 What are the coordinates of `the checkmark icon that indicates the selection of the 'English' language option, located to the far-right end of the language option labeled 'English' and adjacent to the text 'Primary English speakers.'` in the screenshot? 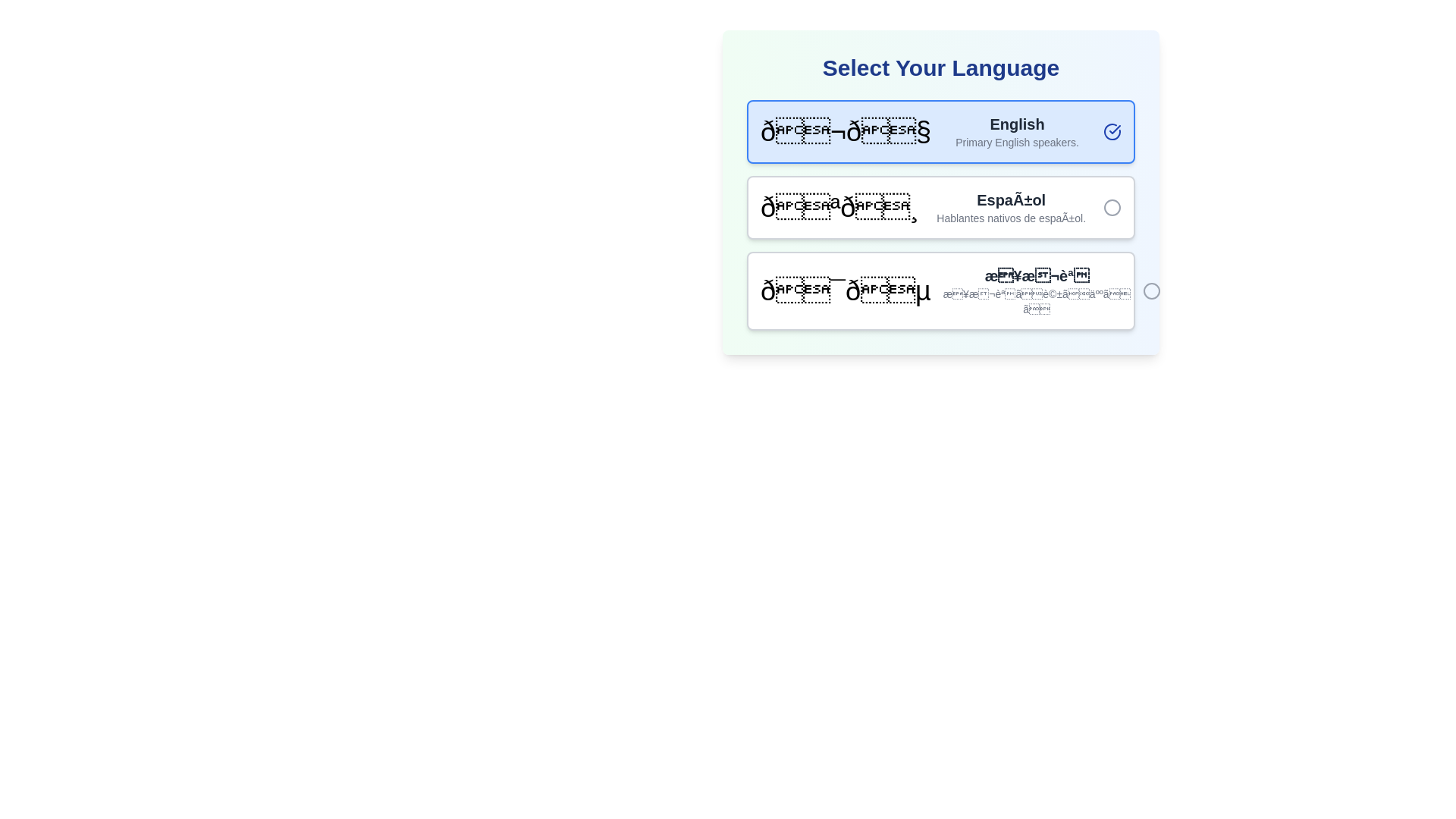 It's located at (1112, 130).